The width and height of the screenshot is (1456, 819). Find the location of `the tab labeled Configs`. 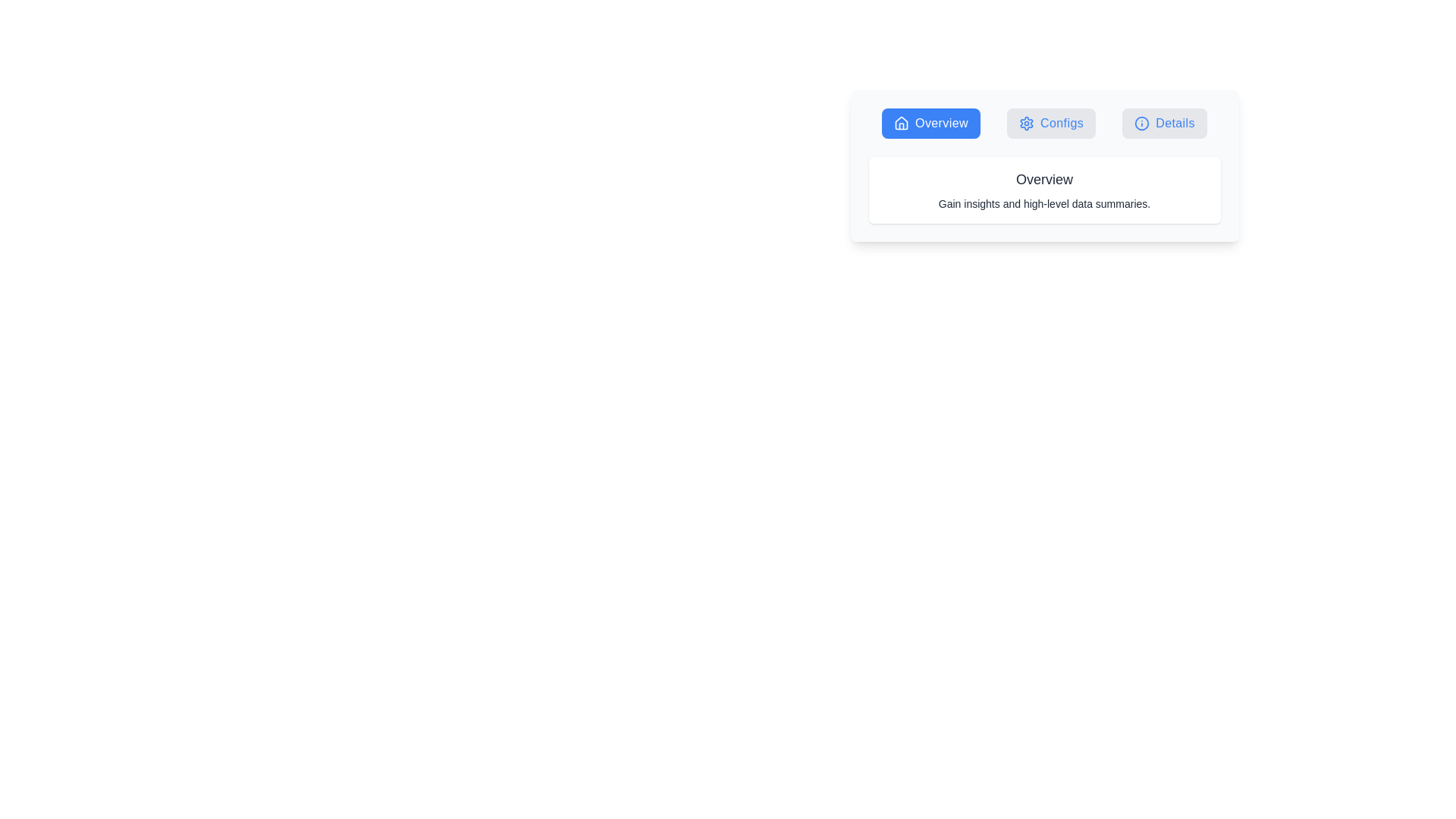

the tab labeled Configs is located at coordinates (1050, 122).